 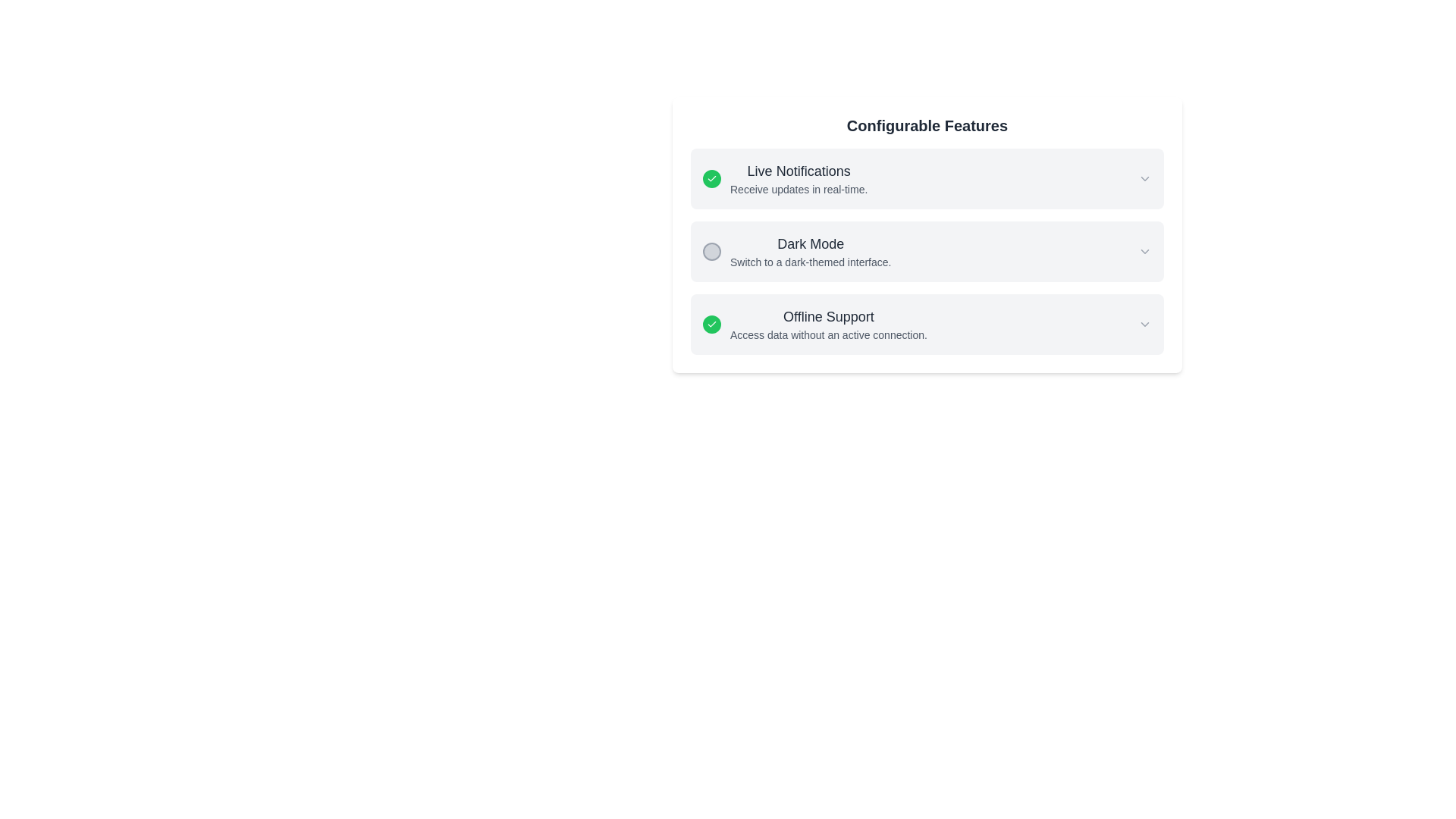 What do you see at coordinates (828, 324) in the screenshot?
I see `the title of the 'Offline Support' feature information block to focus on it` at bounding box center [828, 324].